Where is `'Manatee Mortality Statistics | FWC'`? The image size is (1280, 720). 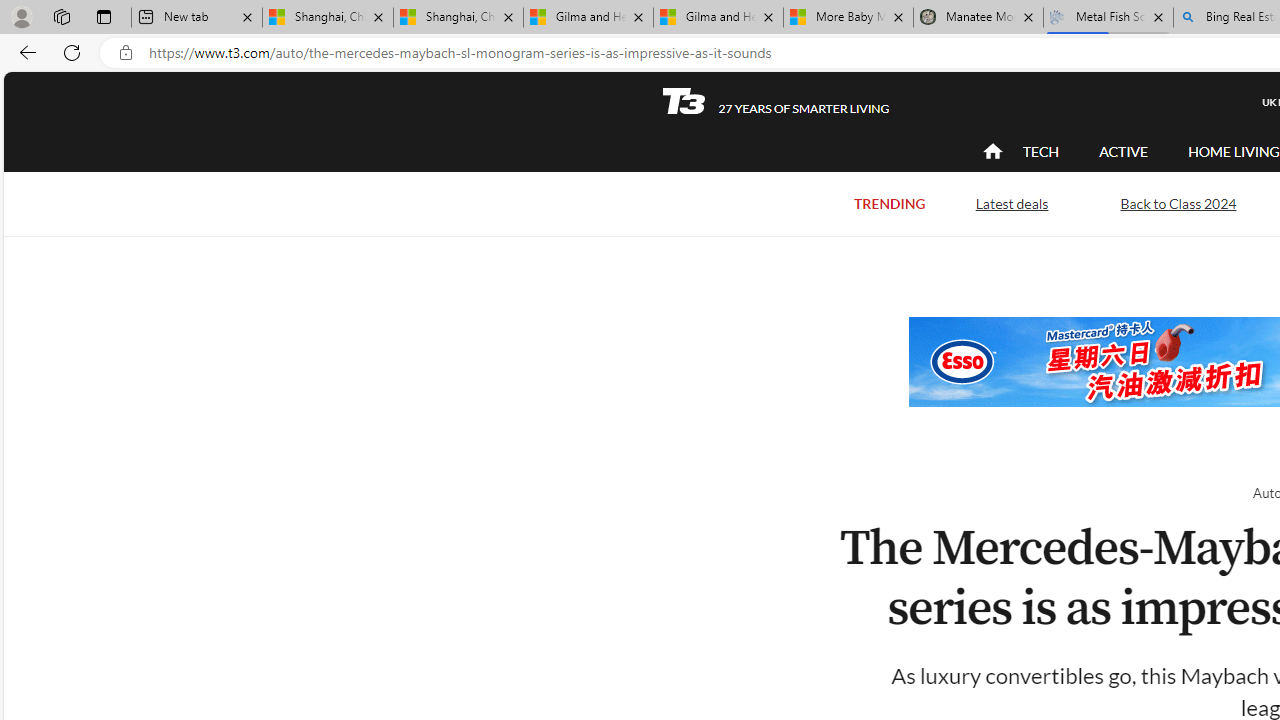
'Manatee Mortality Statistics | FWC' is located at coordinates (978, 17).